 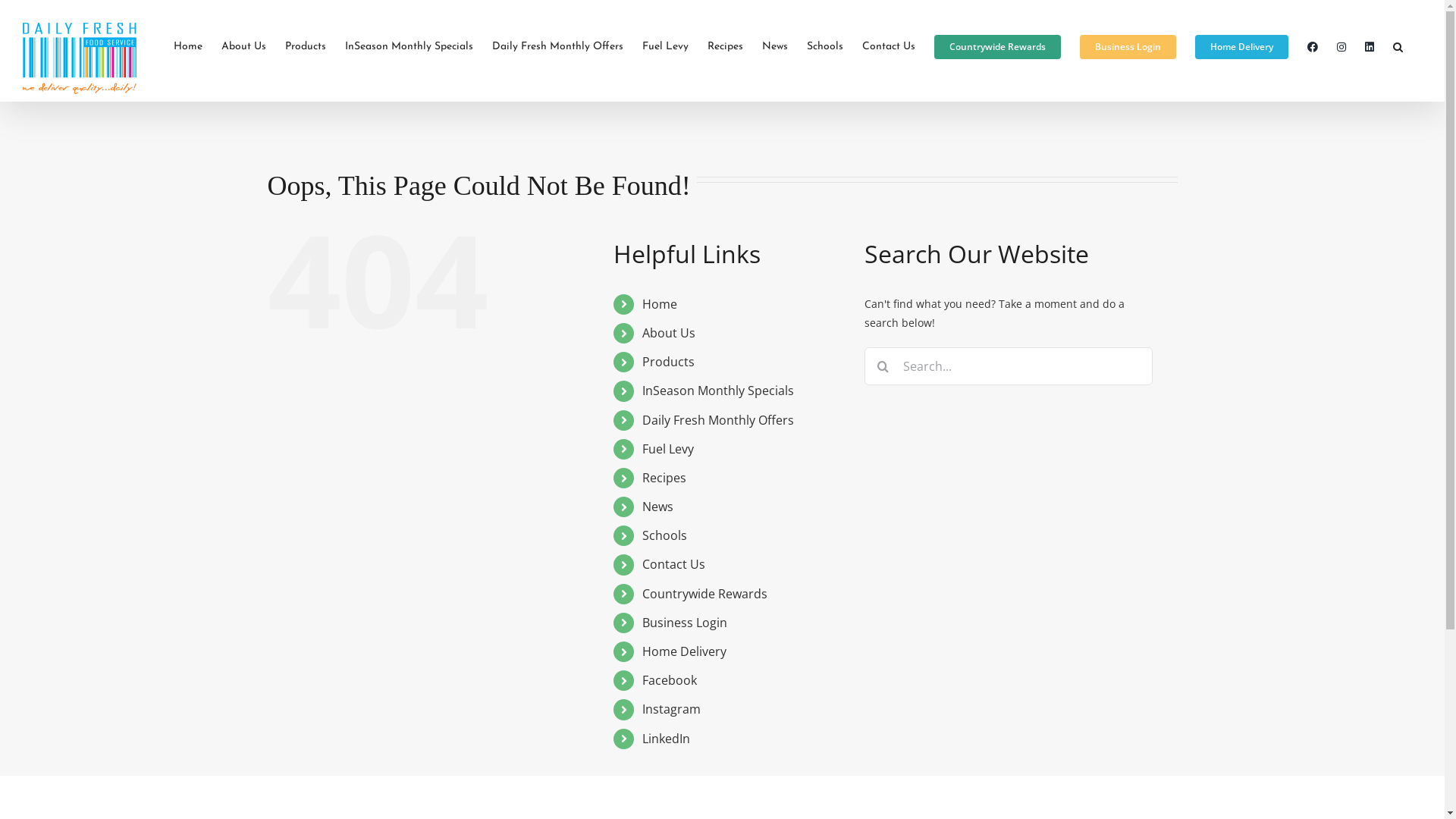 What do you see at coordinates (683, 623) in the screenshot?
I see `'Business Login'` at bounding box center [683, 623].